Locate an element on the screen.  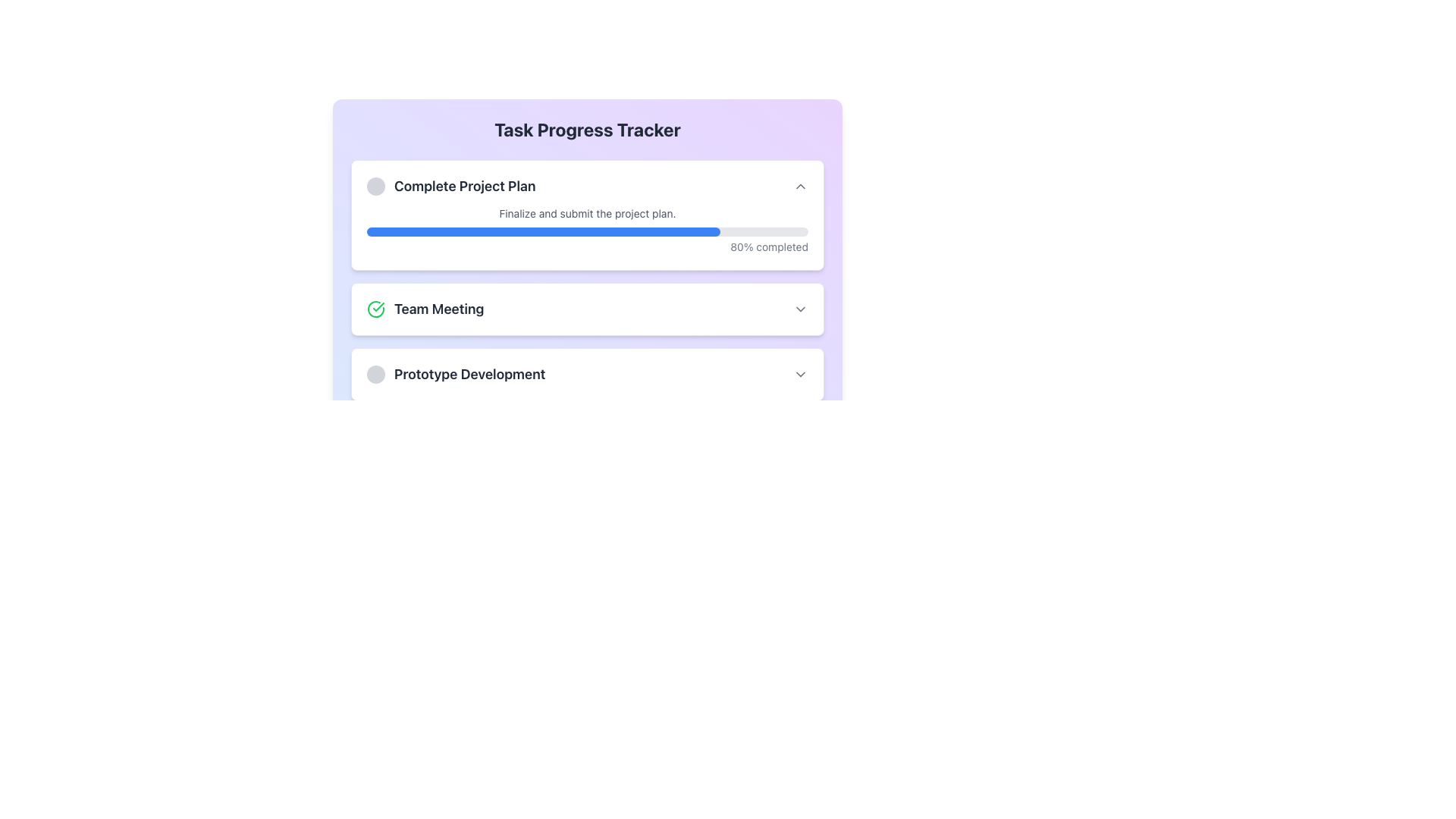
the progress bar which visually indicates the task's completion level, positioned between the text 'Finalize and submit the project plan.' and '80% completed' is located at coordinates (586, 231).